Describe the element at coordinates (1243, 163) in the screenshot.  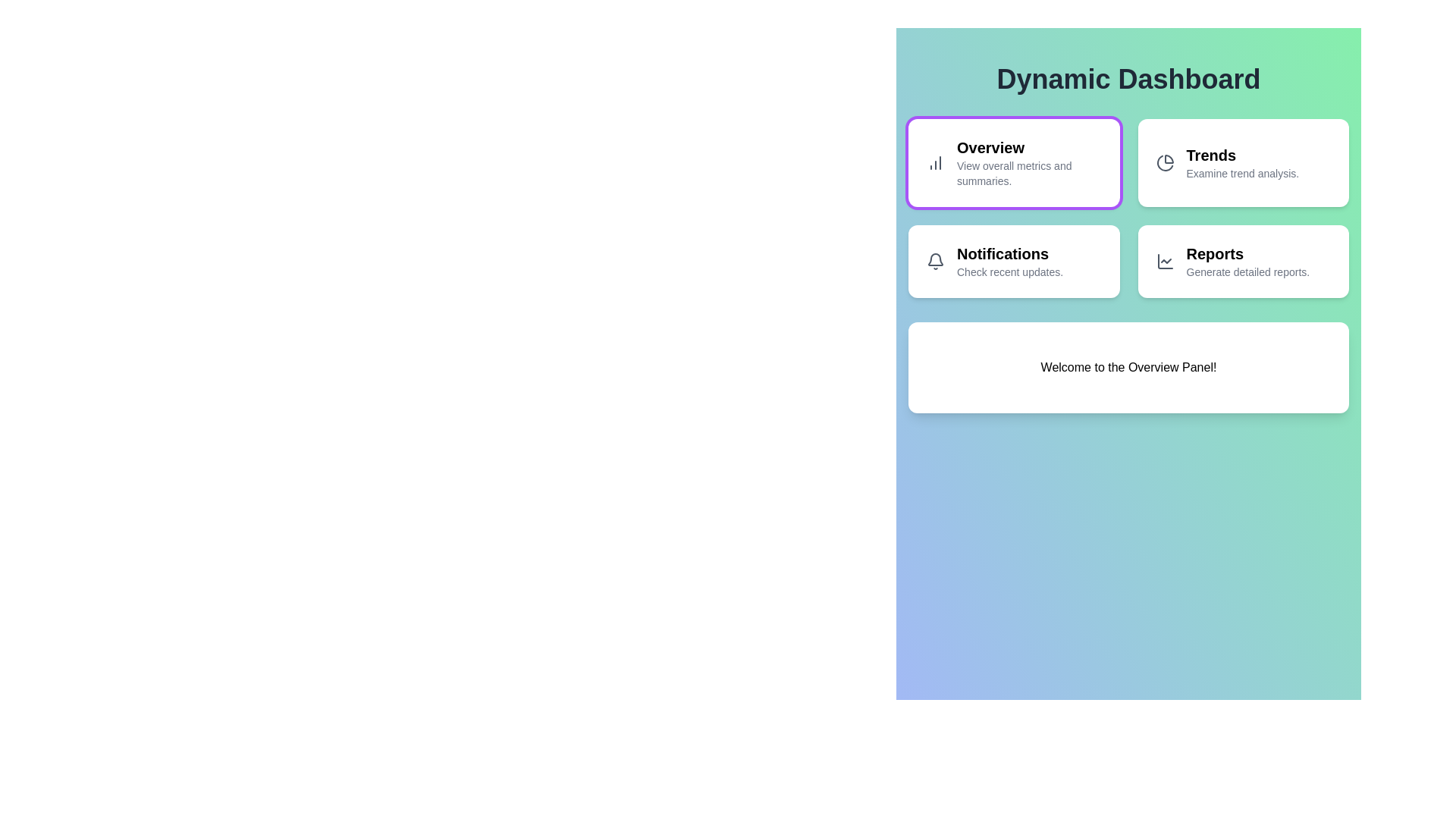
I see `the Trends panel by clicking its button` at that location.